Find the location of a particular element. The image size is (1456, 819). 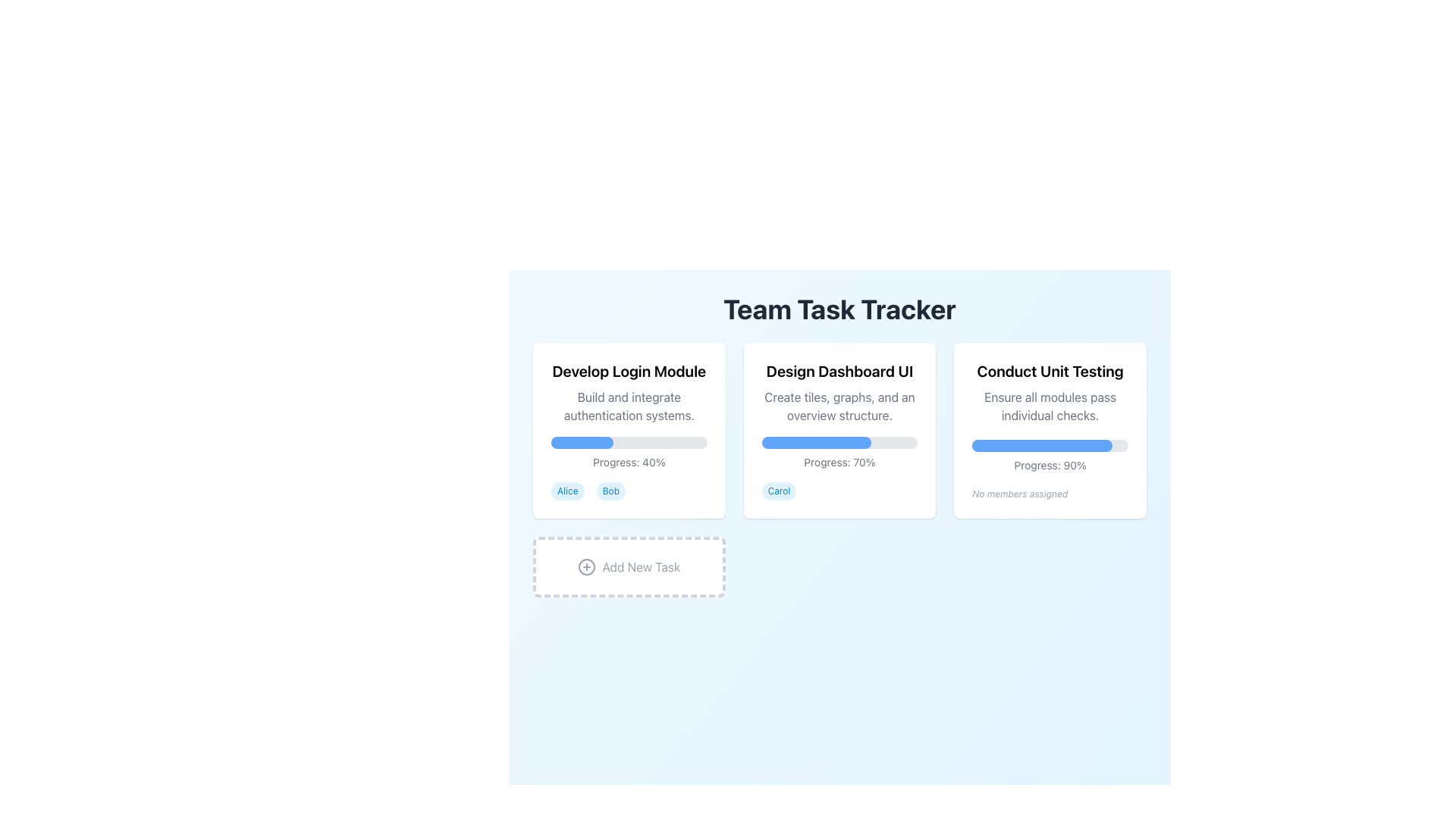

the progress bar value is located at coordinates (565, 442).